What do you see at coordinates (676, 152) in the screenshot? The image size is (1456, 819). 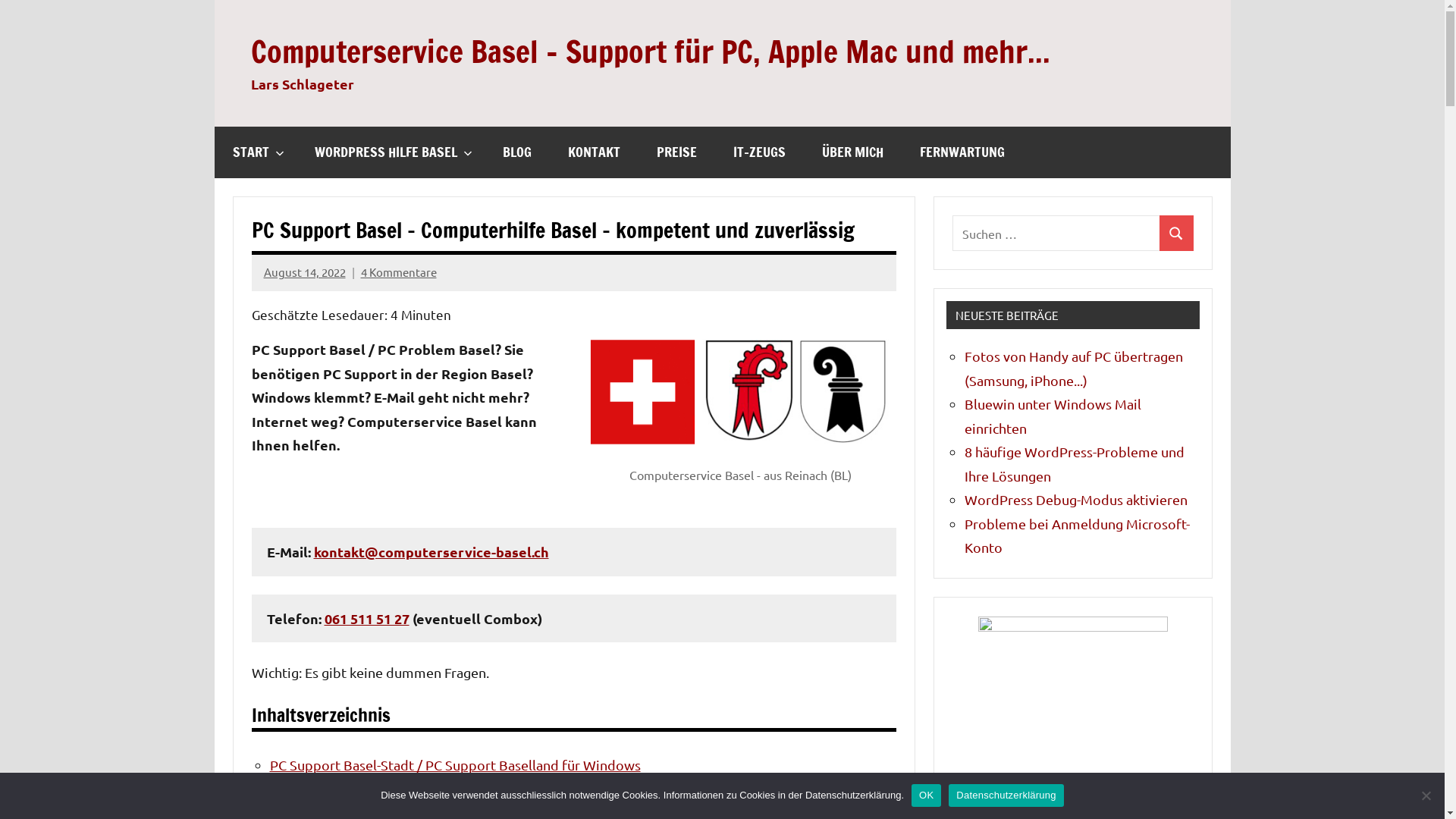 I see `'PREISE'` at bounding box center [676, 152].